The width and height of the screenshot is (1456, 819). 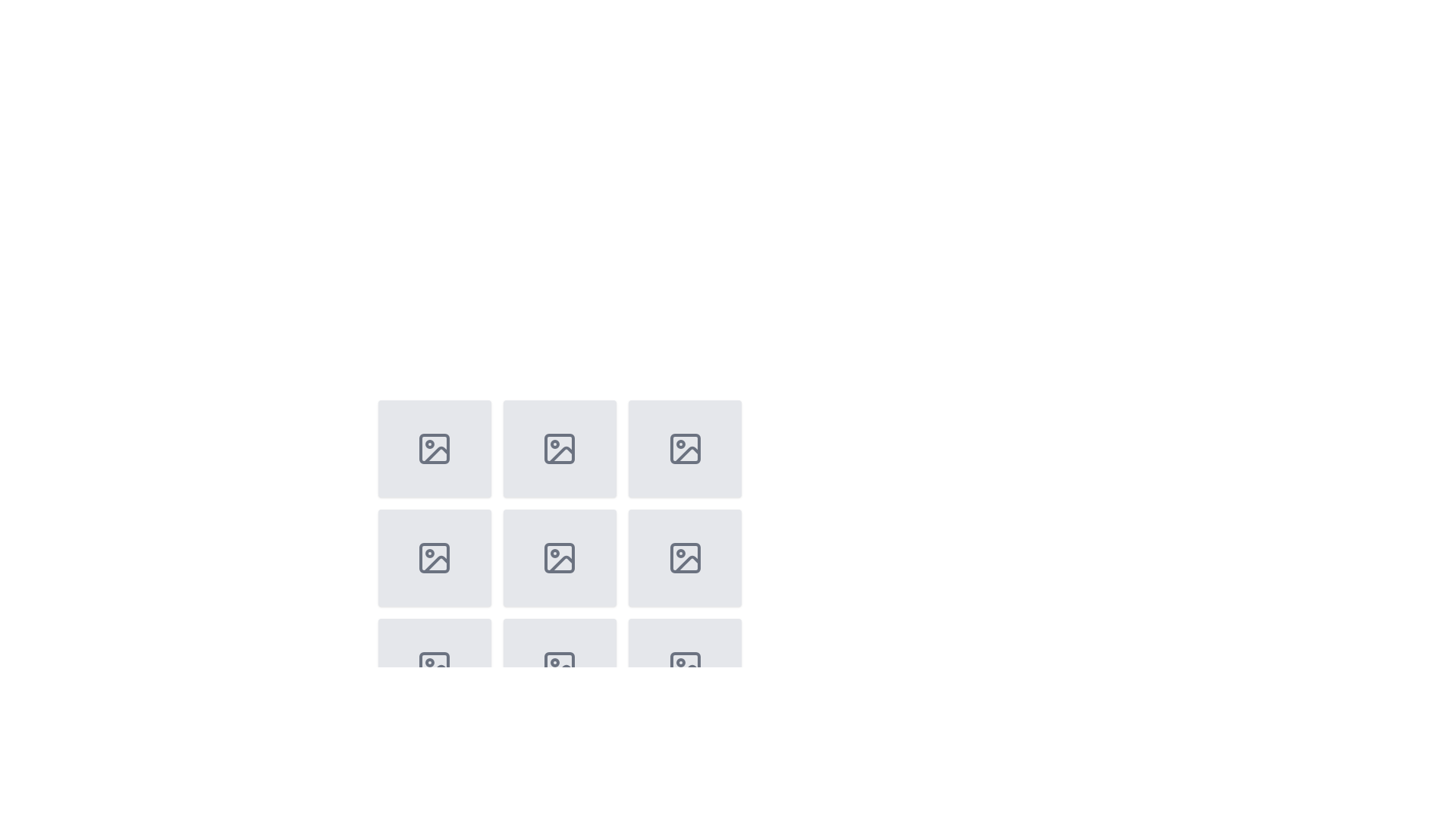 I want to click on an item onto the image placeholder located in the second column of the first row within a grid of rectangular cards, so click(x=559, y=447).